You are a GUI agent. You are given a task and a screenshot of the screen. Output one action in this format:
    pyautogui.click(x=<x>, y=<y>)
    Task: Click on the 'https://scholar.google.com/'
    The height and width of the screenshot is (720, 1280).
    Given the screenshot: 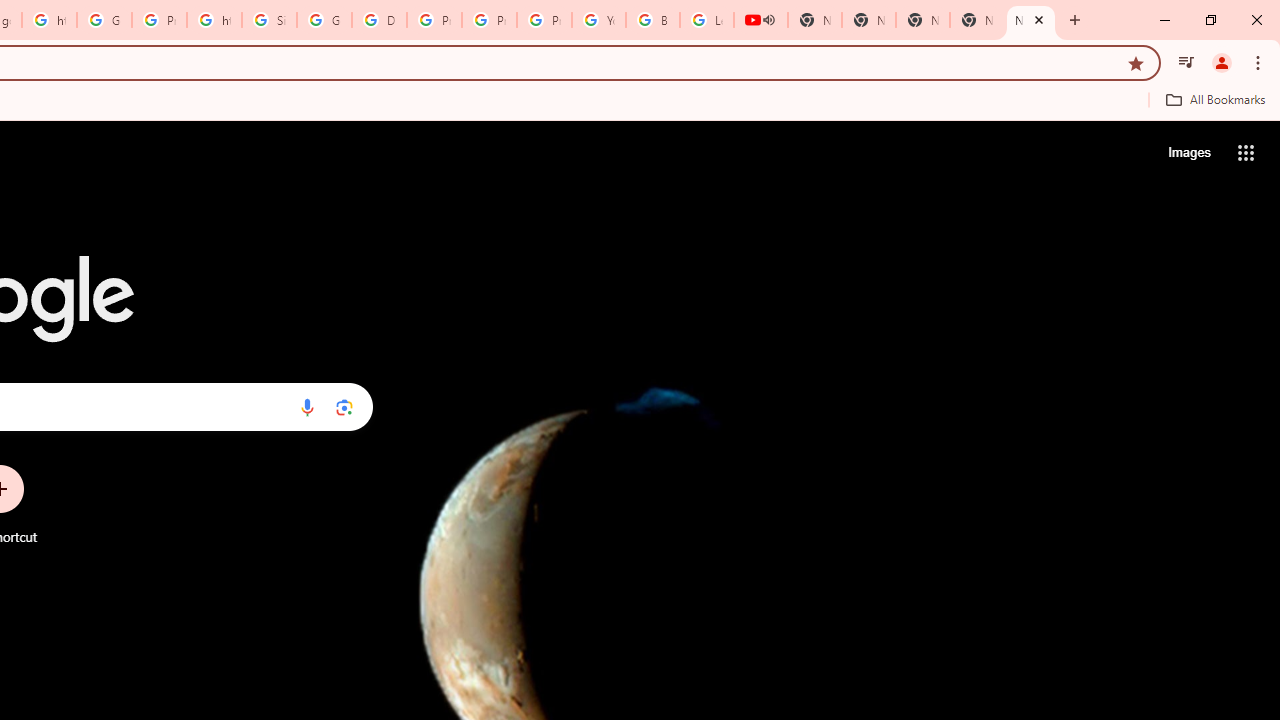 What is the action you would take?
    pyautogui.click(x=214, y=20)
    